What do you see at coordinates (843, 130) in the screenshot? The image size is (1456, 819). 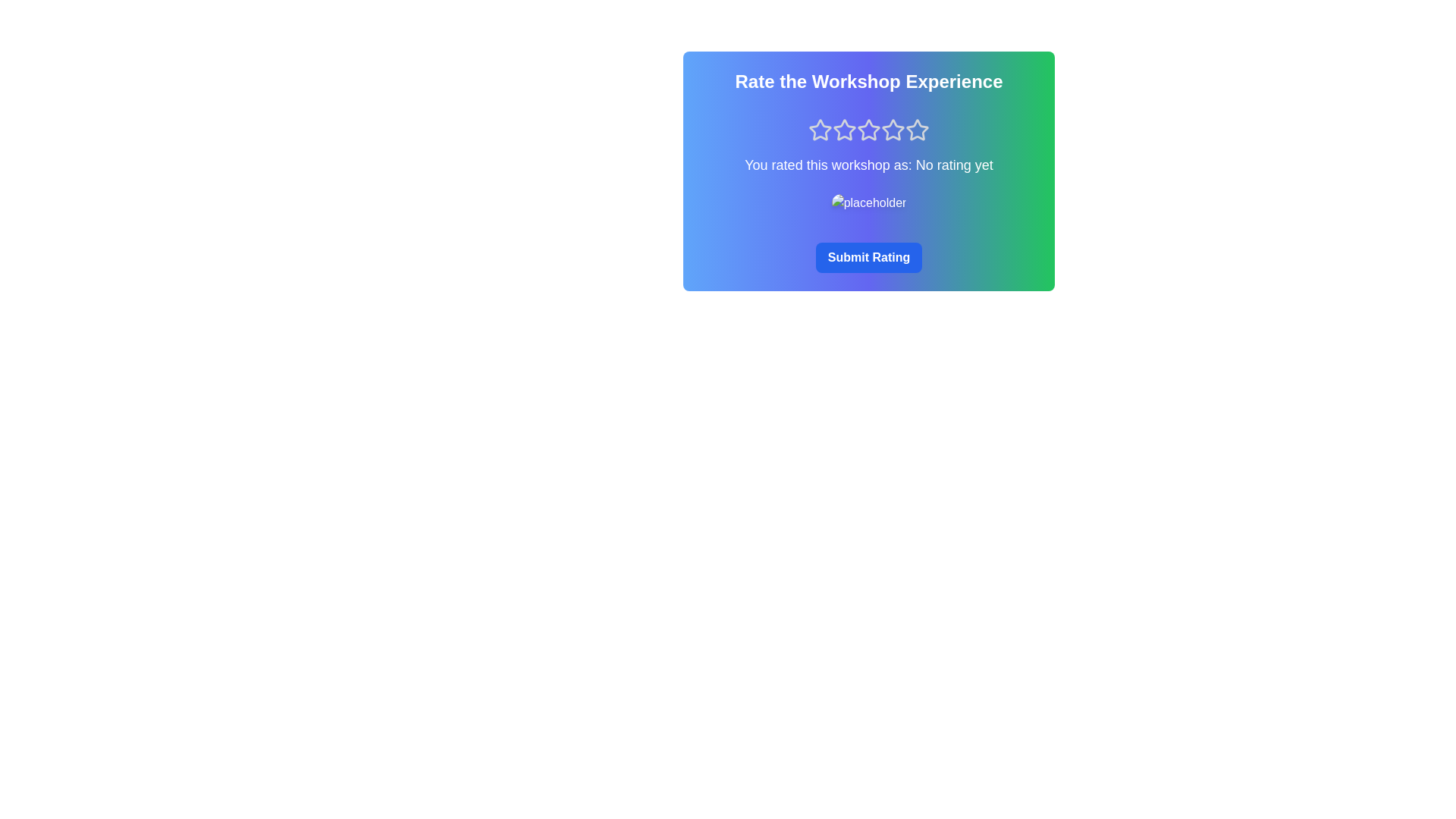 I see `the rating to 2 stars by clicking the corresponding star` at bounding box center [843, 130].